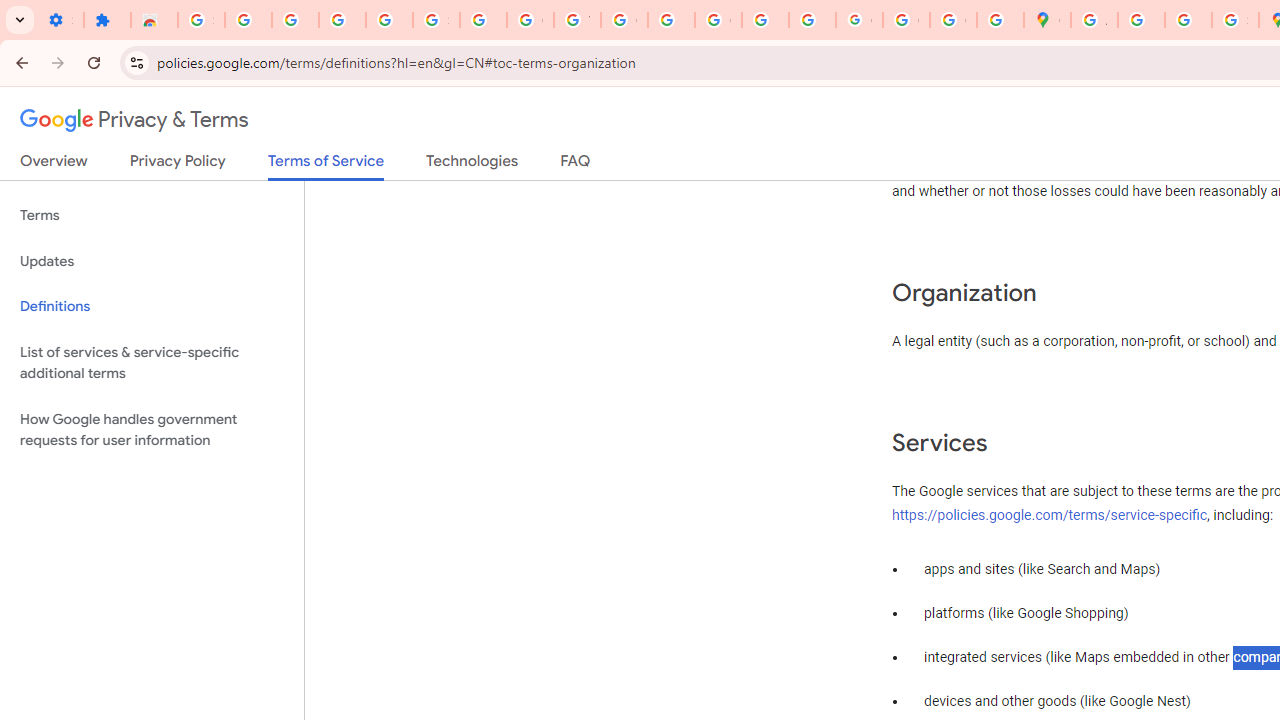 This screenshot has width=1280, height=720. I want to click on 'Google Maps', so click(1046, 20).